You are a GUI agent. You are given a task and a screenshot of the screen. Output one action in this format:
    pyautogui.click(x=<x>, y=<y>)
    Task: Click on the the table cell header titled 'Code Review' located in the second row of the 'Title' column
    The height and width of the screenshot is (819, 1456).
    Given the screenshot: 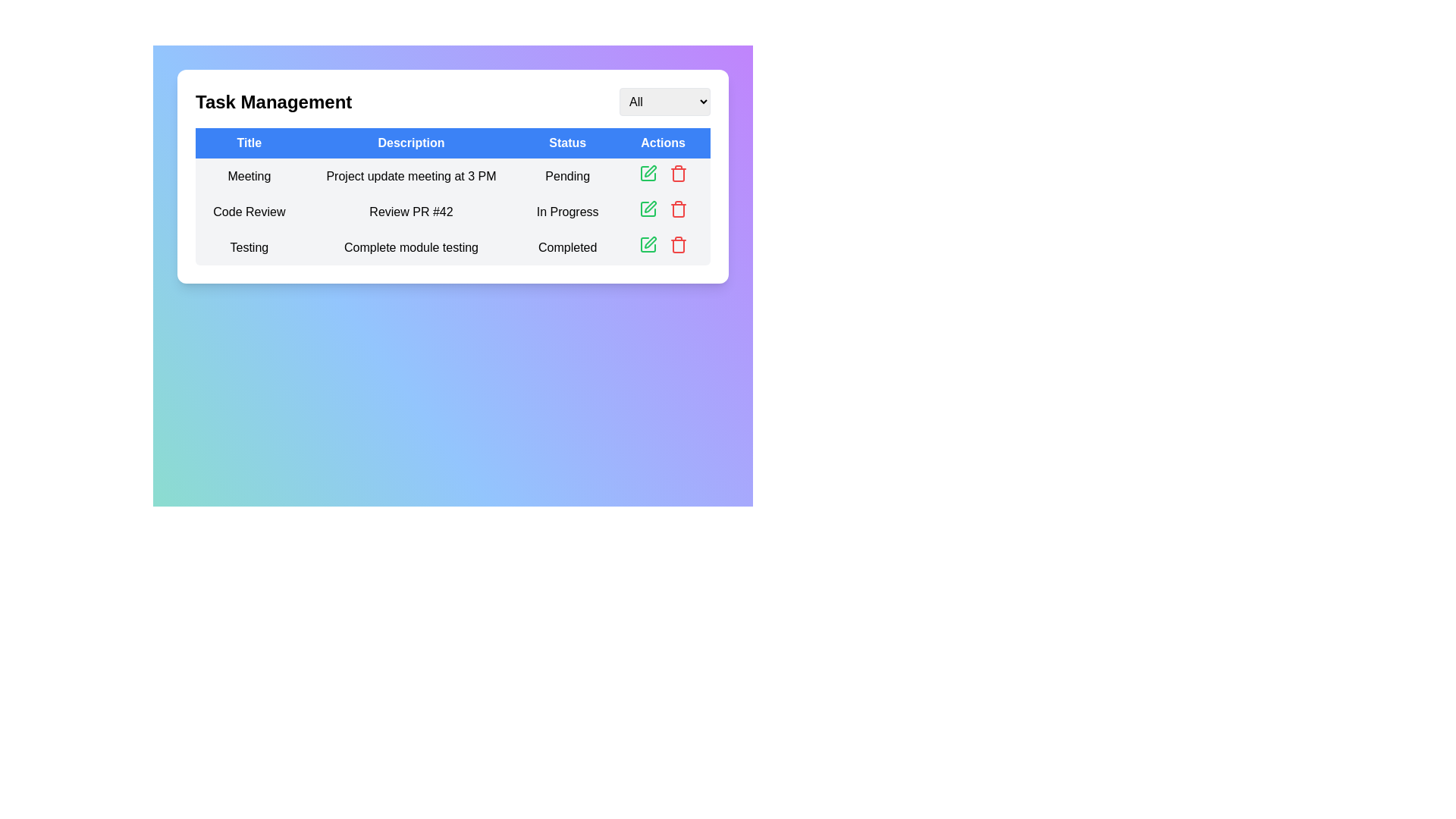 What is the action you would take?
    pyautogui.click(x=249, y=212)
    